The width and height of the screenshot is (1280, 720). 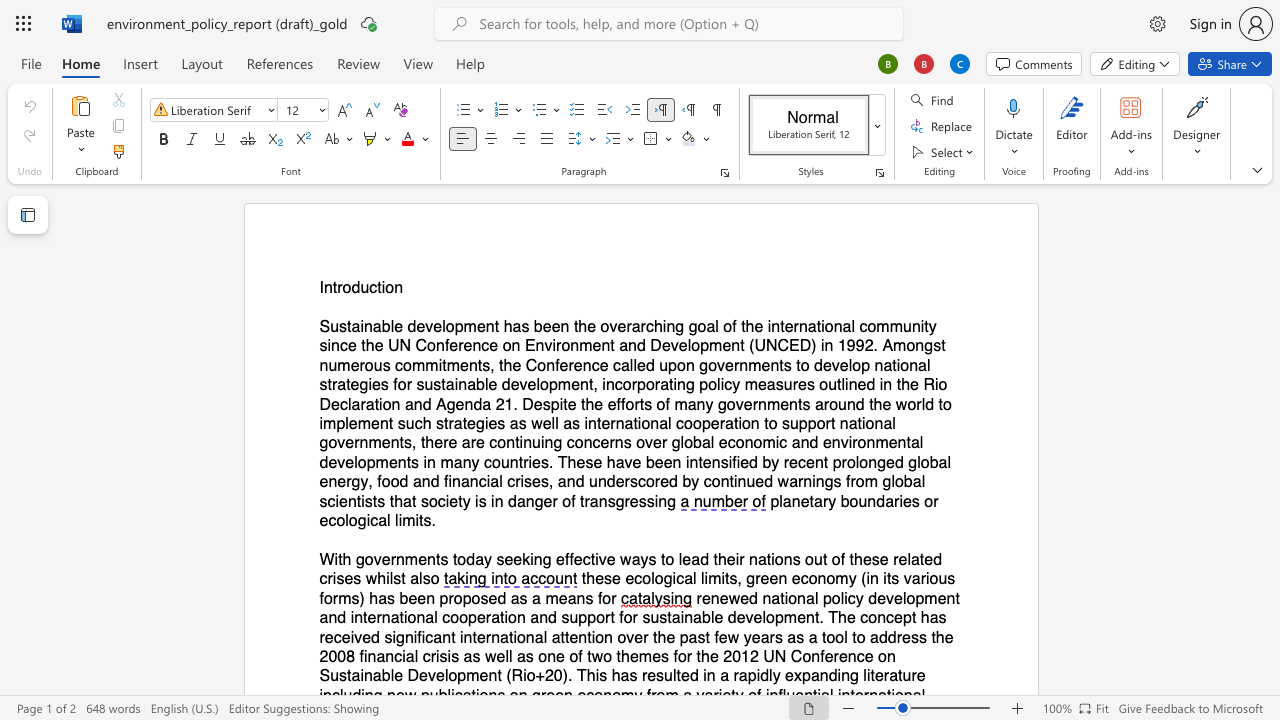 What do you see at coordinates (788, 325) in the screenshot?
I see `the 10th character "e" in the text` at bounding box center [788, 325].